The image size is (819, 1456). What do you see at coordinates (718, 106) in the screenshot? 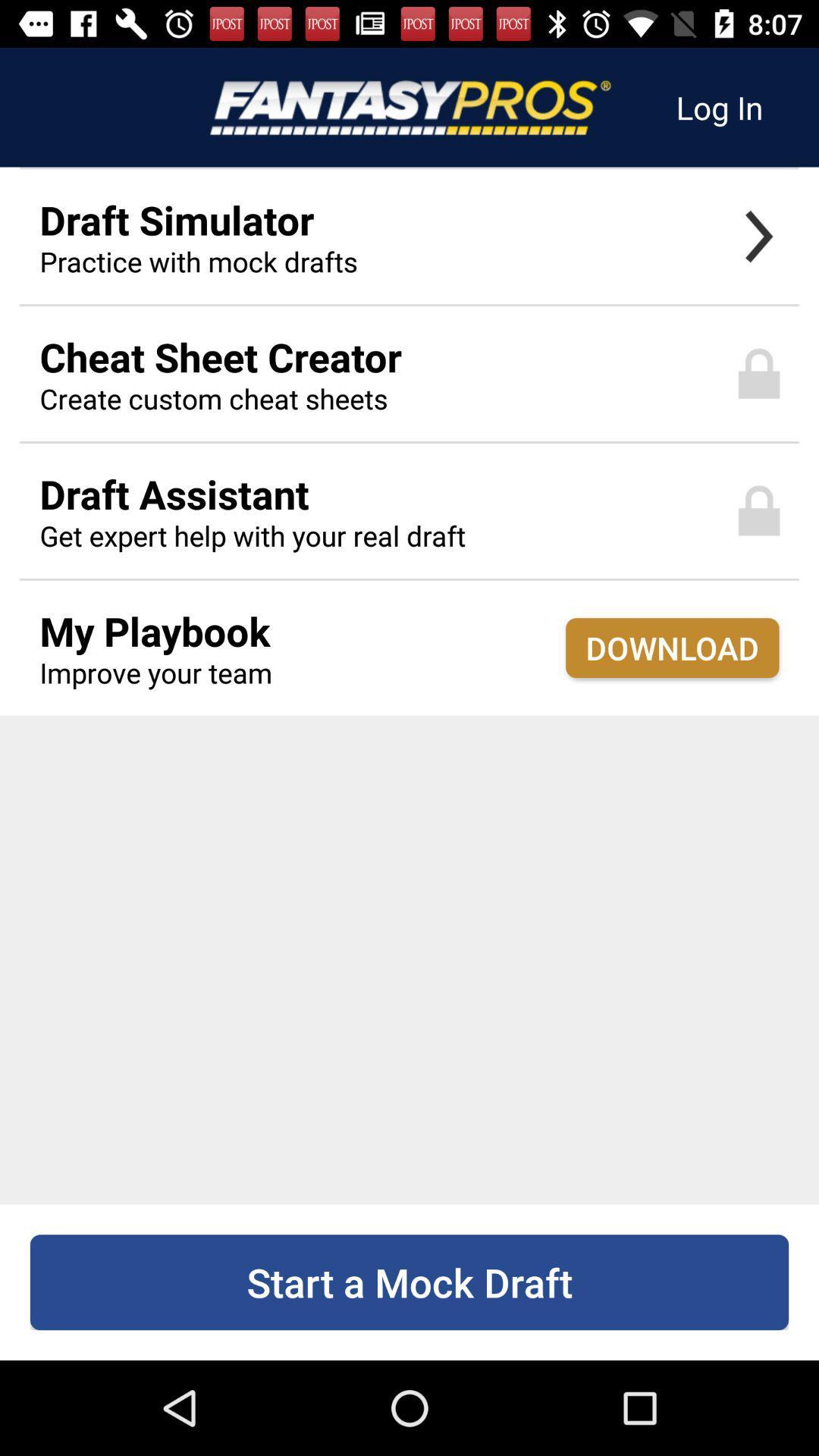
I see `log in` at bounding box center [718, 106].